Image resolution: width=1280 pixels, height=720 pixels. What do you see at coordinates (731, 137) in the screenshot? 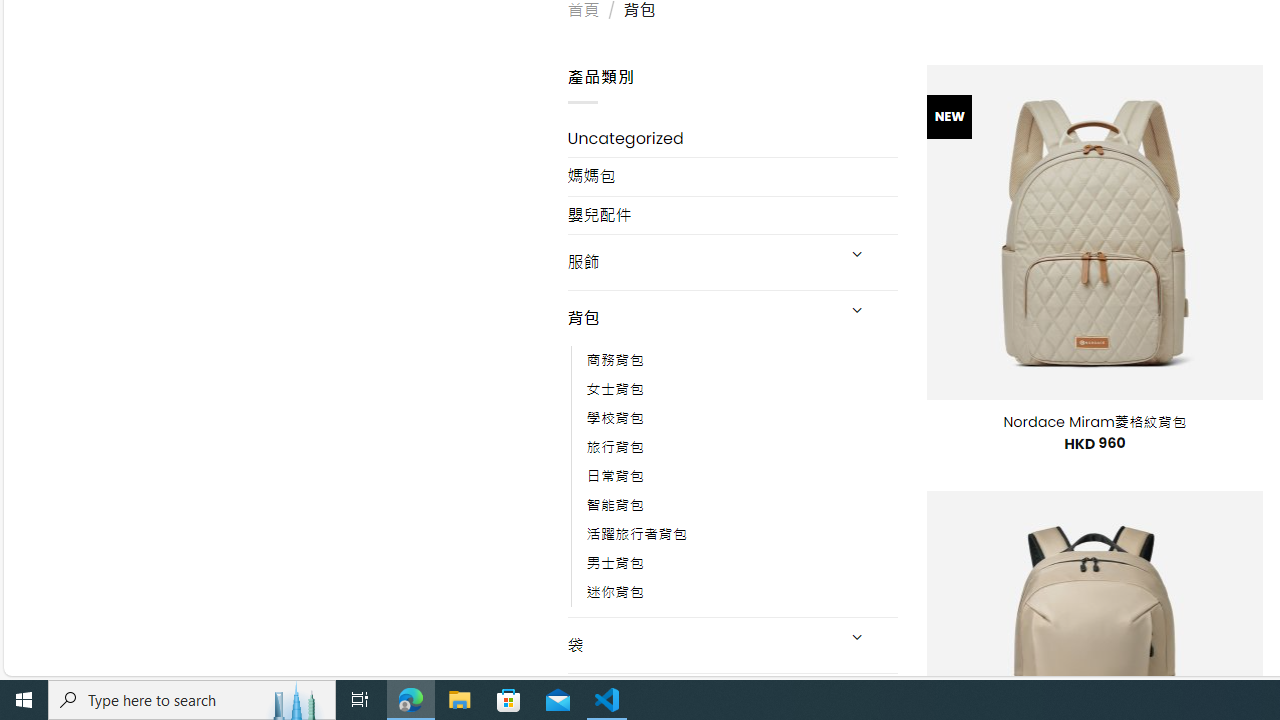
I see `'Uncategorized'` at bounding box center [731, 137].